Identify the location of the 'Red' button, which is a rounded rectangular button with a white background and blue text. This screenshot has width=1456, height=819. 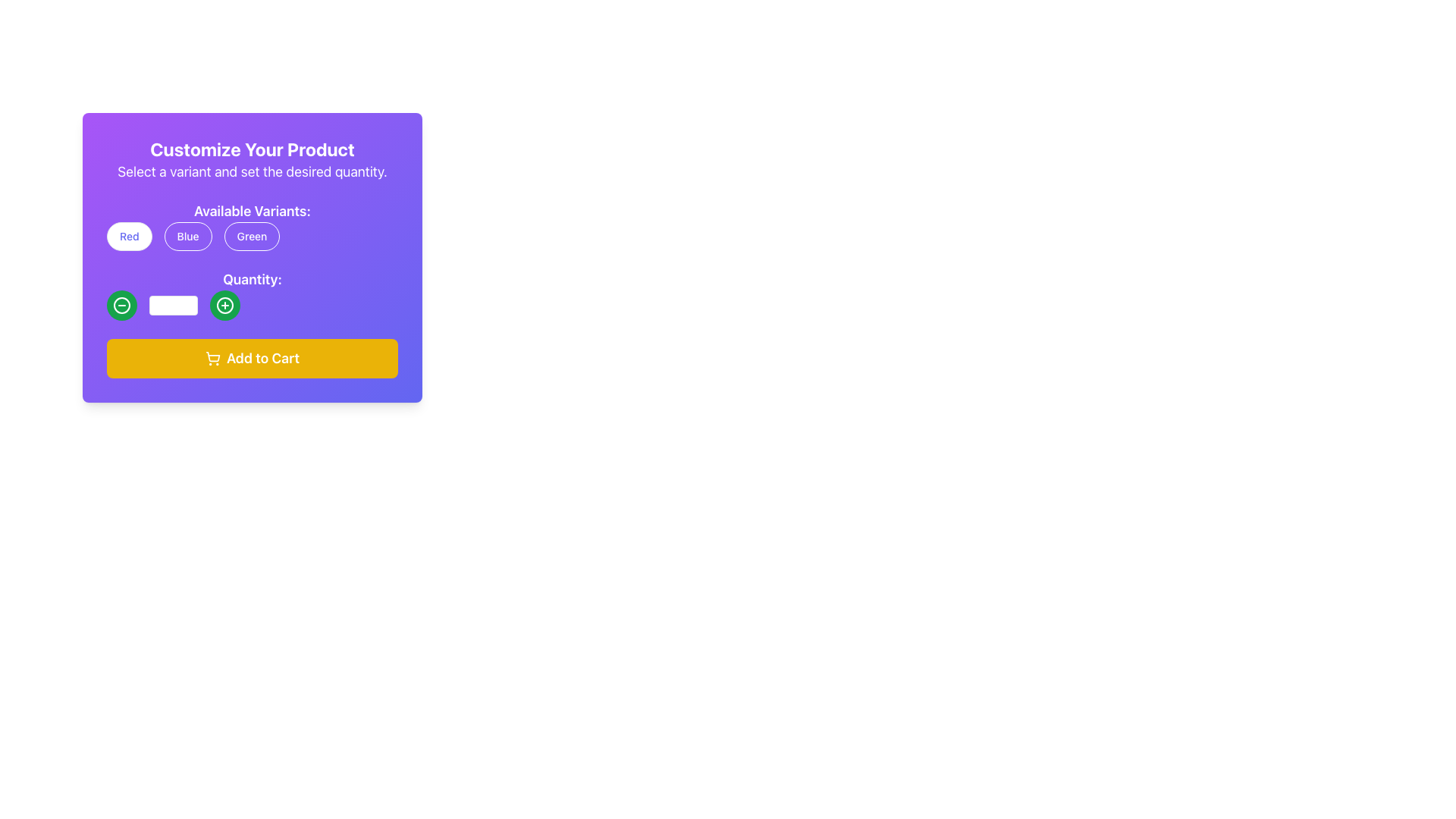
(129, 237).